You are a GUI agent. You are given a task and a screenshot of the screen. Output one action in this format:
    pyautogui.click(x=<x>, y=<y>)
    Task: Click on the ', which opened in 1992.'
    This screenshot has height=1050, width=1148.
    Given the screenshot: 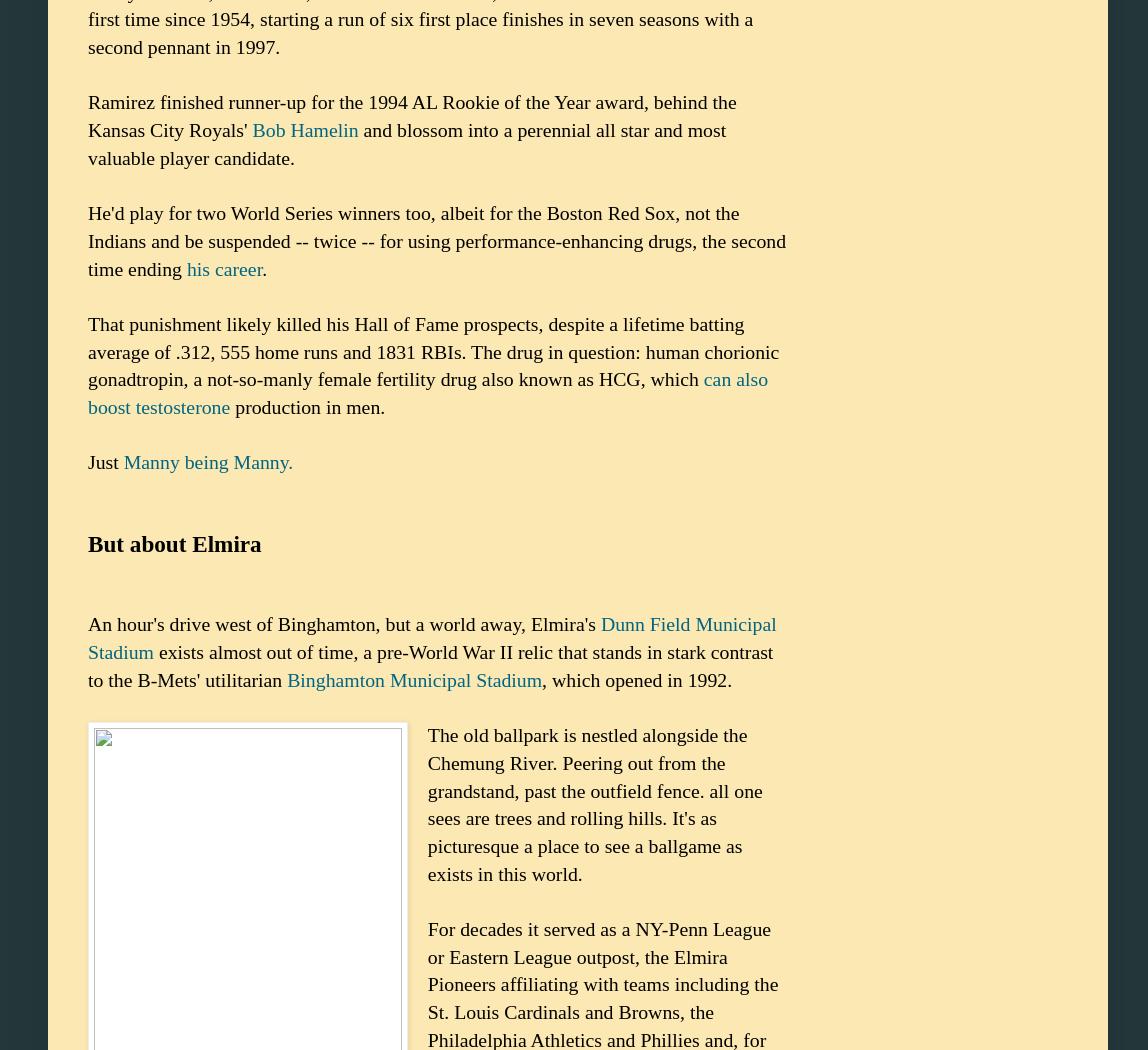 What is the action you would take?
    pyautogui.click(x=637, y=679)
    